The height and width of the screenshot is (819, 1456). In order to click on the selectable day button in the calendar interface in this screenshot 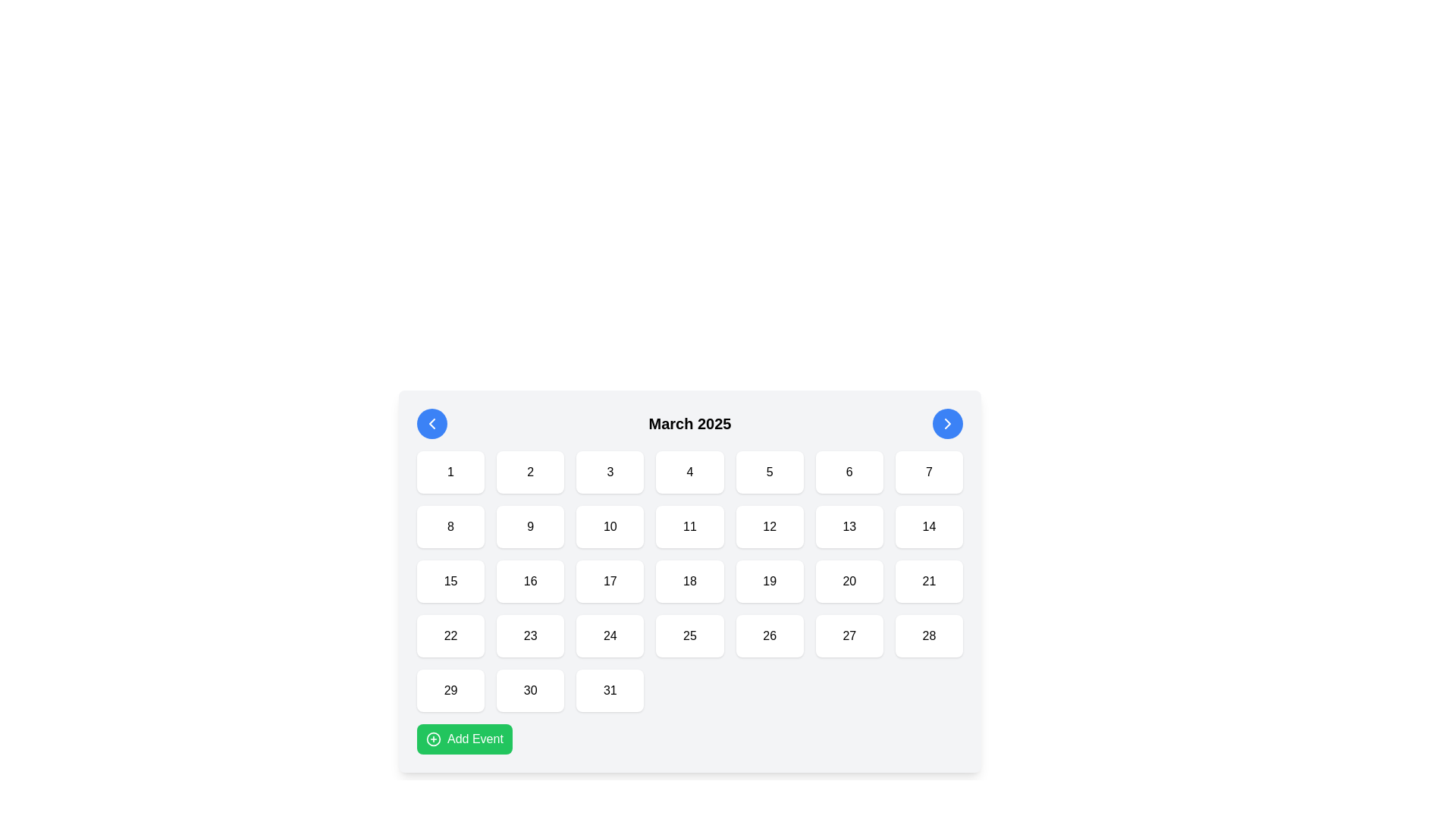, I will do `click(770, 472)`.